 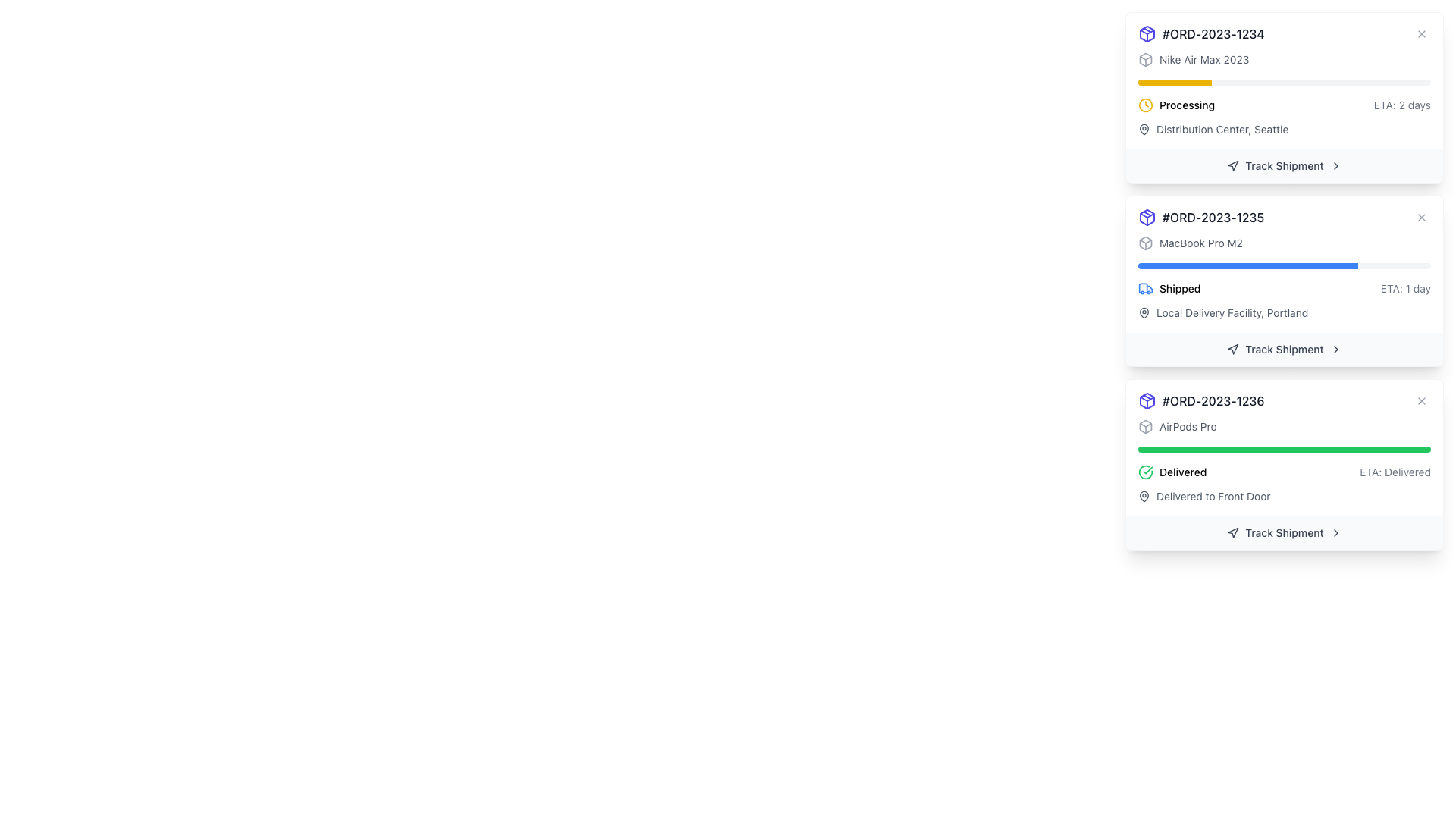 What do you see at coordinates (1146, 242) in the screenshot?
I see `graphical icon representing shipment and delivery information located at the top left corner of the card labeled '#ORD-2023-1235', which is the second card in the vertical list on the right side of the interface` at bounding box center [1146, 242].